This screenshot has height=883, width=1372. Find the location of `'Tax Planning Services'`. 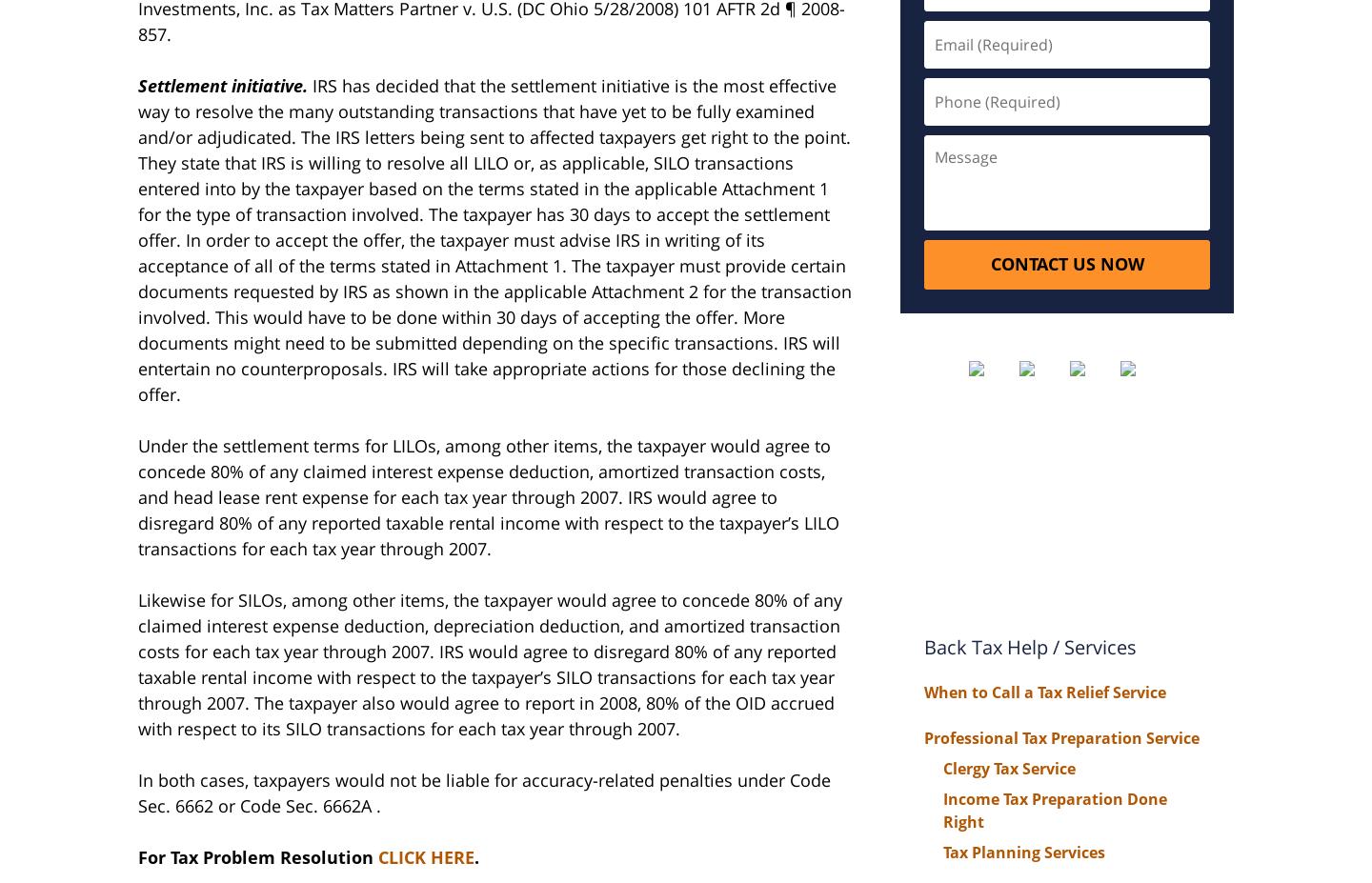

'Tax Planning Services' is located at coordinates (1023, 851).